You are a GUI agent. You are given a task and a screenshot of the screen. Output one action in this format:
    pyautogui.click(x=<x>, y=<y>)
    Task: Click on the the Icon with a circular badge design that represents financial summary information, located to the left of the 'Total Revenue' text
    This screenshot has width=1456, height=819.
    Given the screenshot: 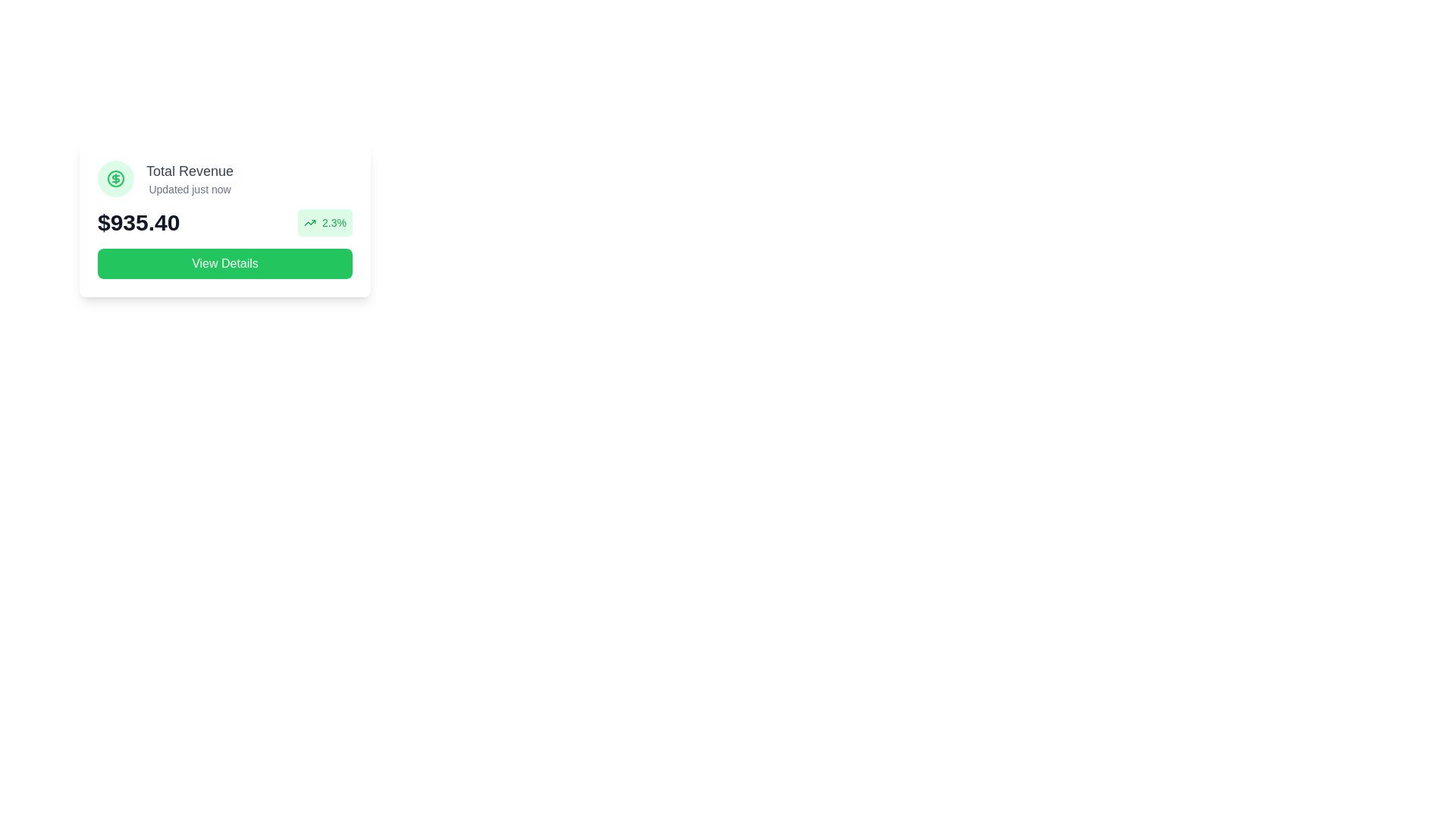 What is the action you would take?
    pyautogui.click(x=115, y=177)
    